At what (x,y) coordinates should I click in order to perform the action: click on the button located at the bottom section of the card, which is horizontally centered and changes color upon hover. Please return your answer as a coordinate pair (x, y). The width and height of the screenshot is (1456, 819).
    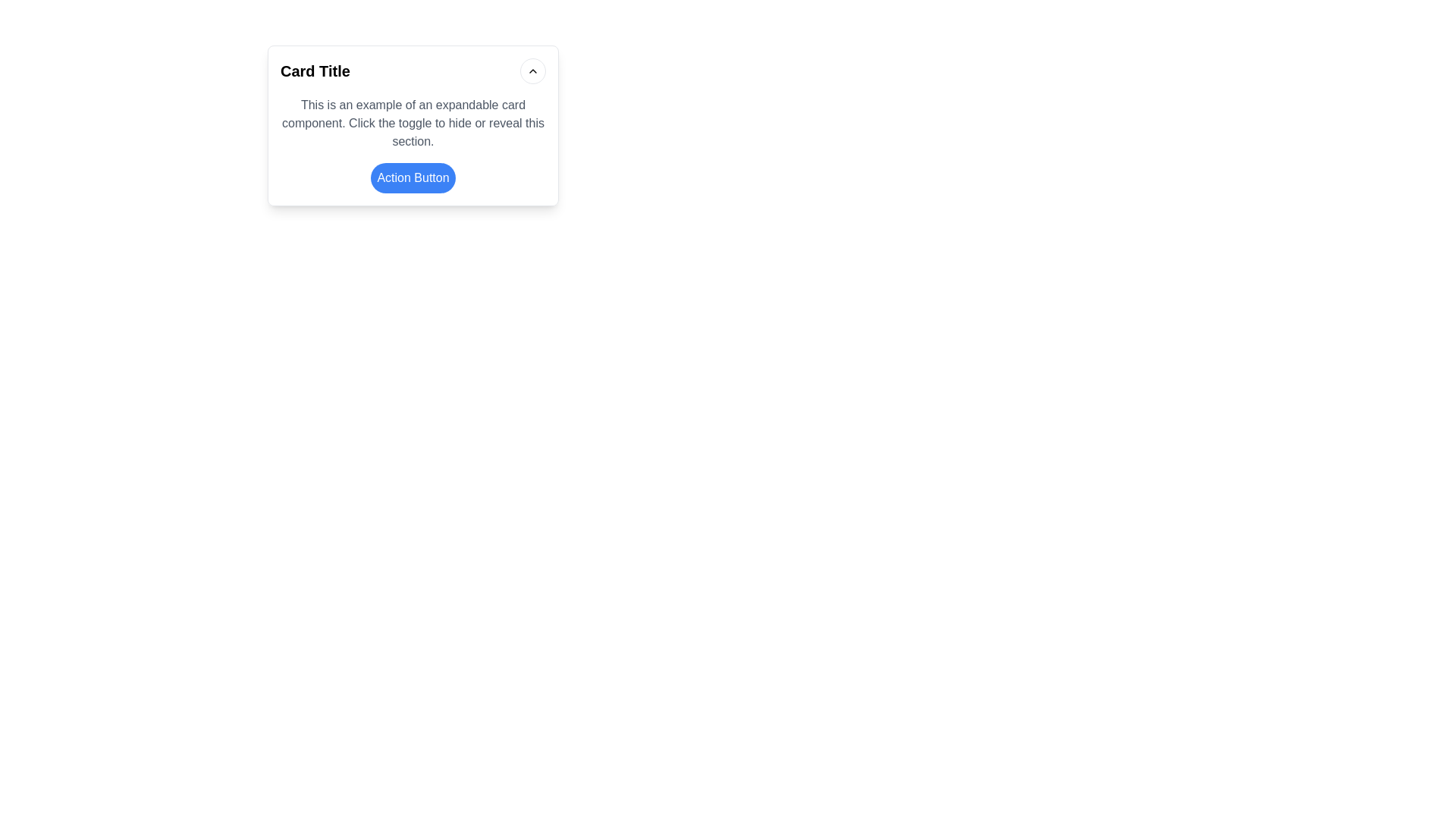
    Looking at the image, I should click on (413, 177).